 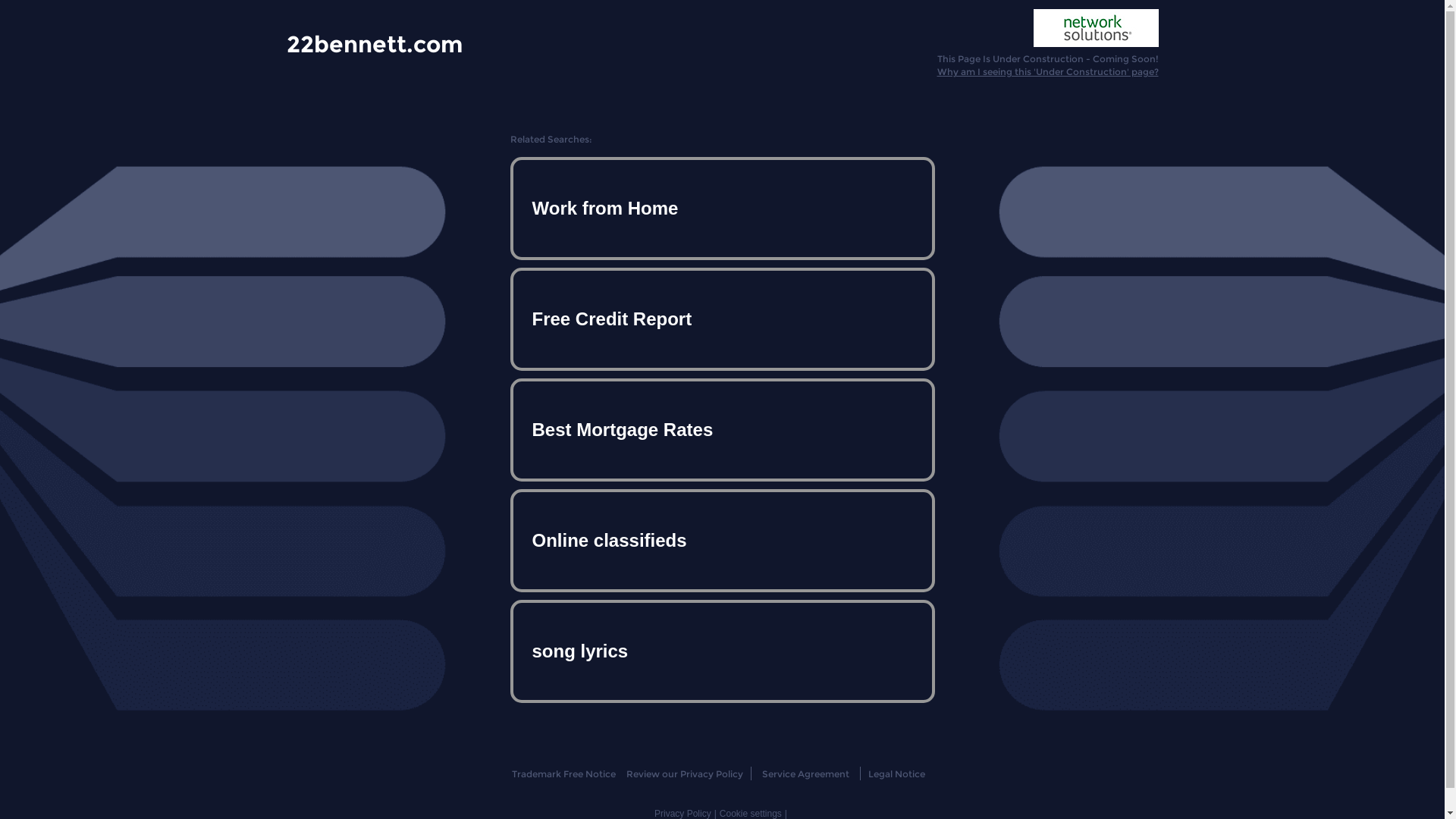 I want to click on 'Best Mortgage Rates', so click(x=720, y=430).